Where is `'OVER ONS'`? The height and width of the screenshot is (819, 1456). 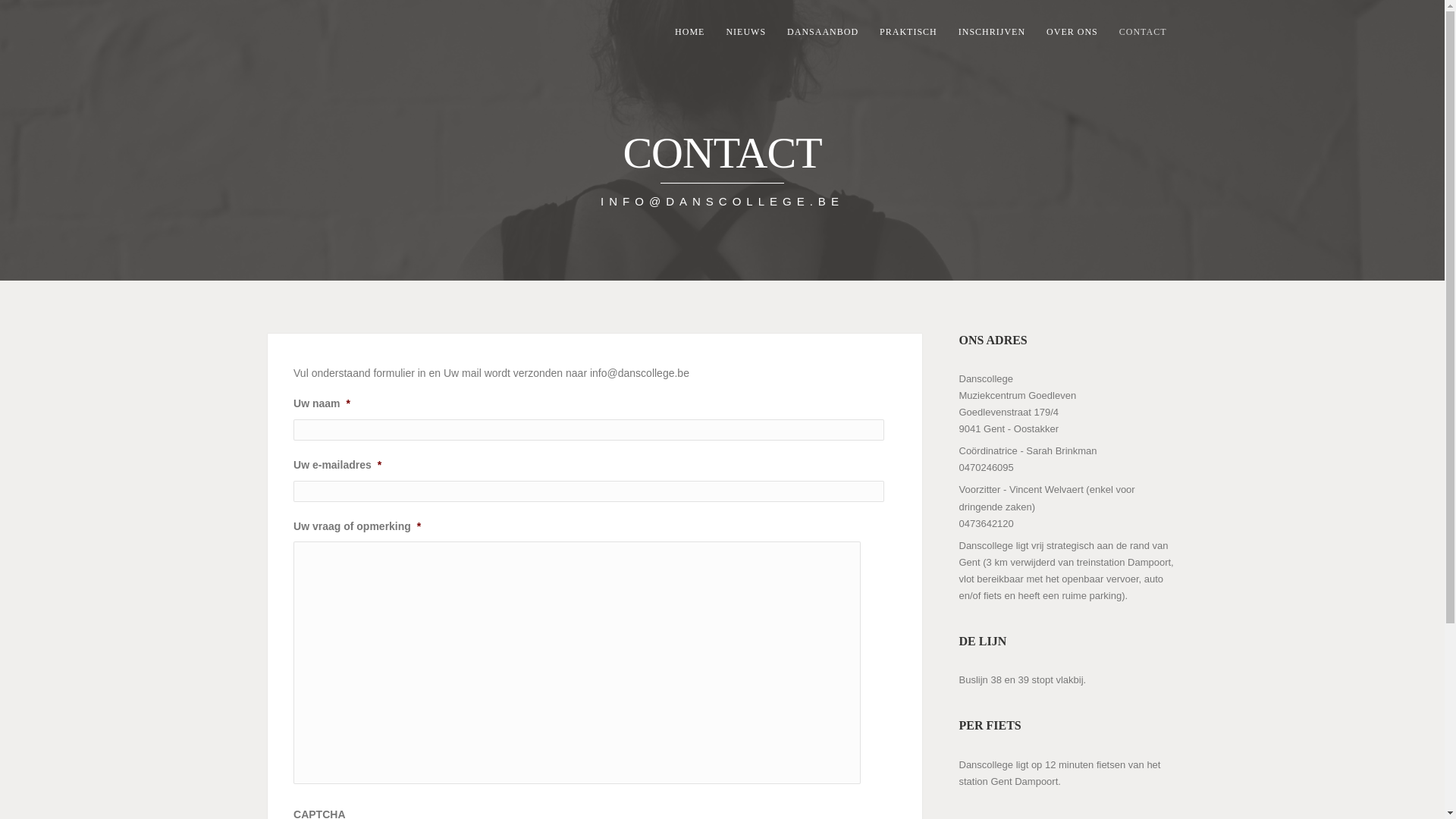 'OVER ONS' is located at coordinates (1072, 32).